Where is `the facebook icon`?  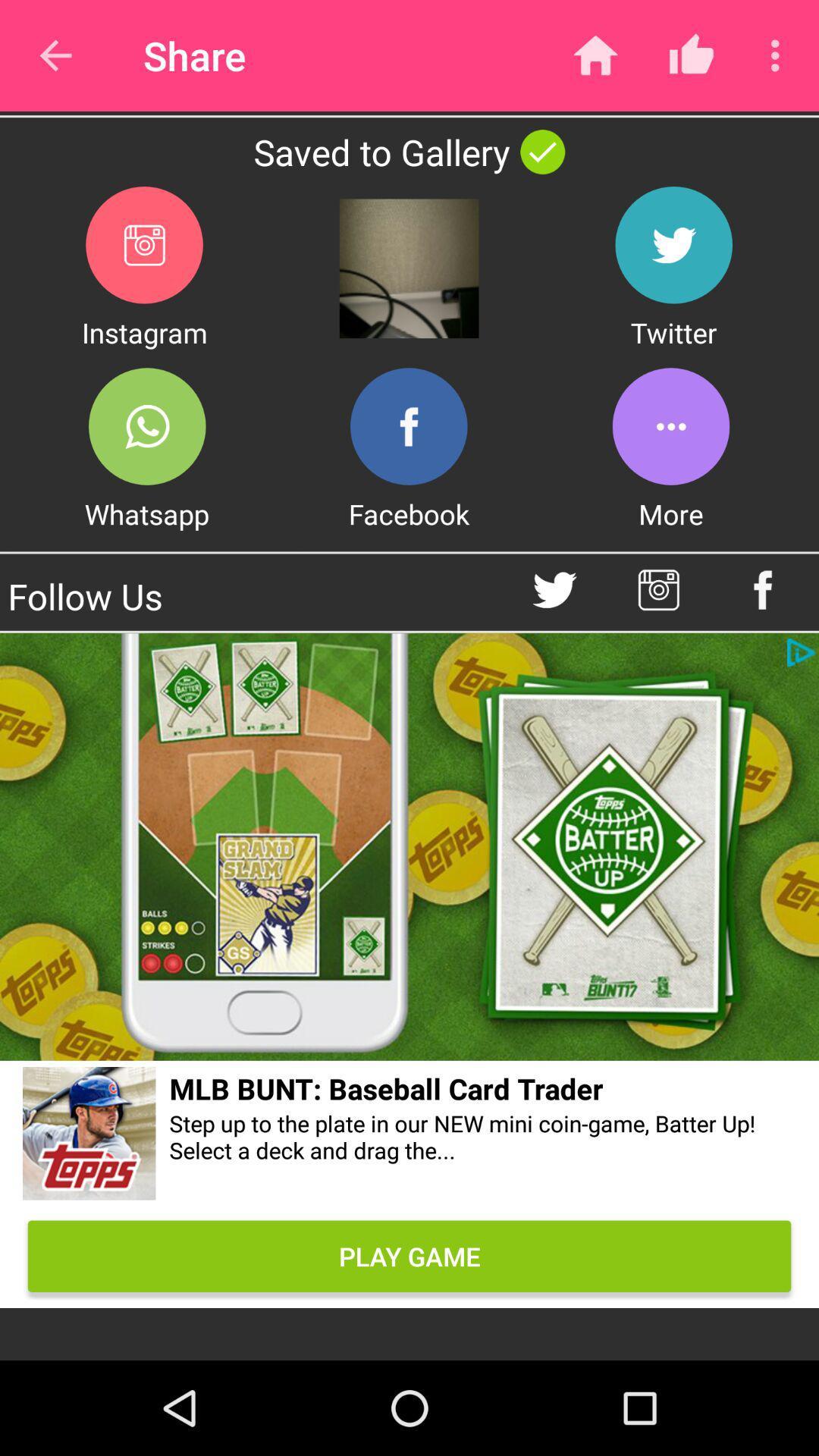
the facebook icon is located at coordinates (763, 589).